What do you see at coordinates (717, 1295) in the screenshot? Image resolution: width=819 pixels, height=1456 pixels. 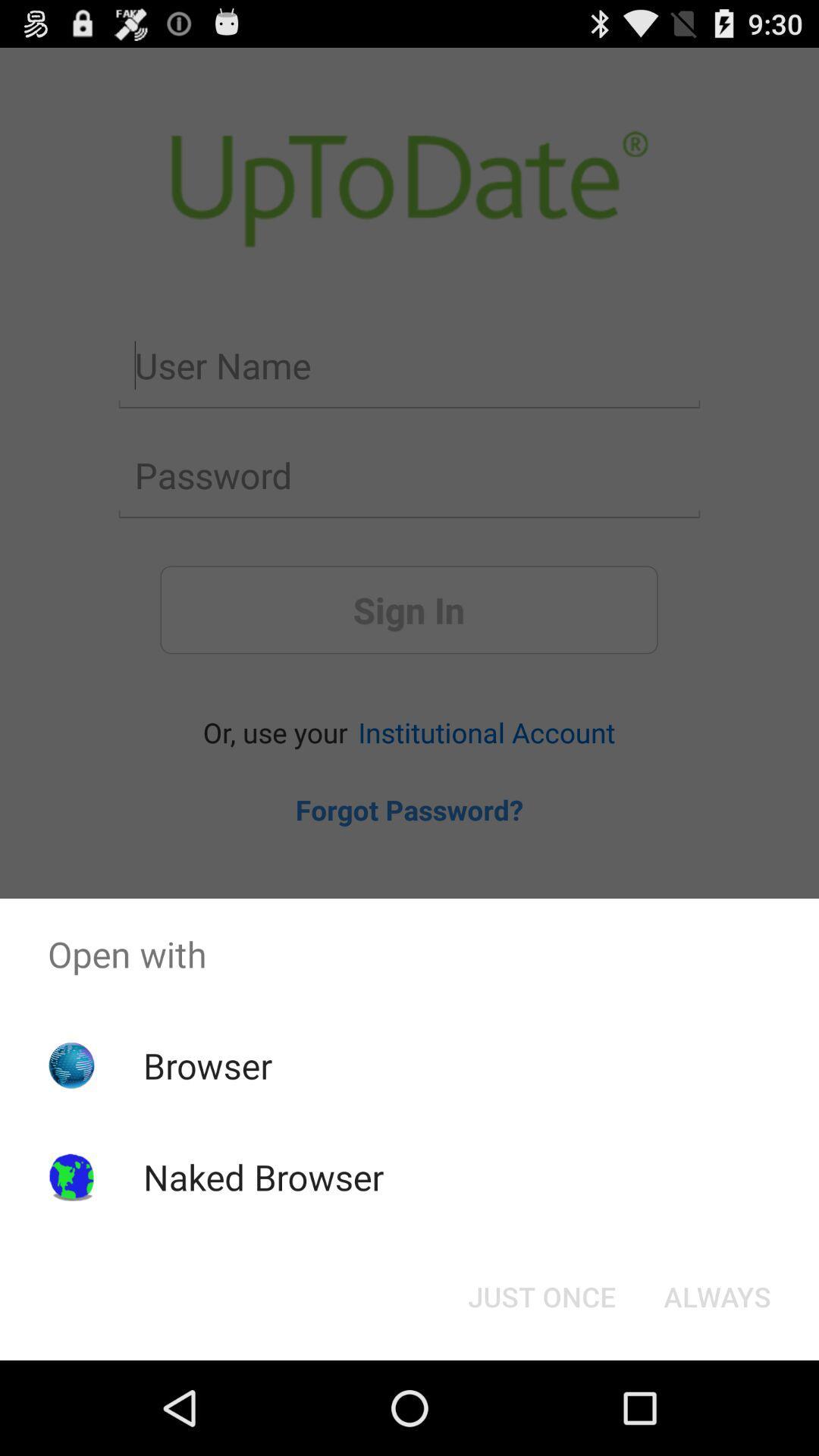 I see `the button at the bottom right corner` at bounding box center [717, 1295].